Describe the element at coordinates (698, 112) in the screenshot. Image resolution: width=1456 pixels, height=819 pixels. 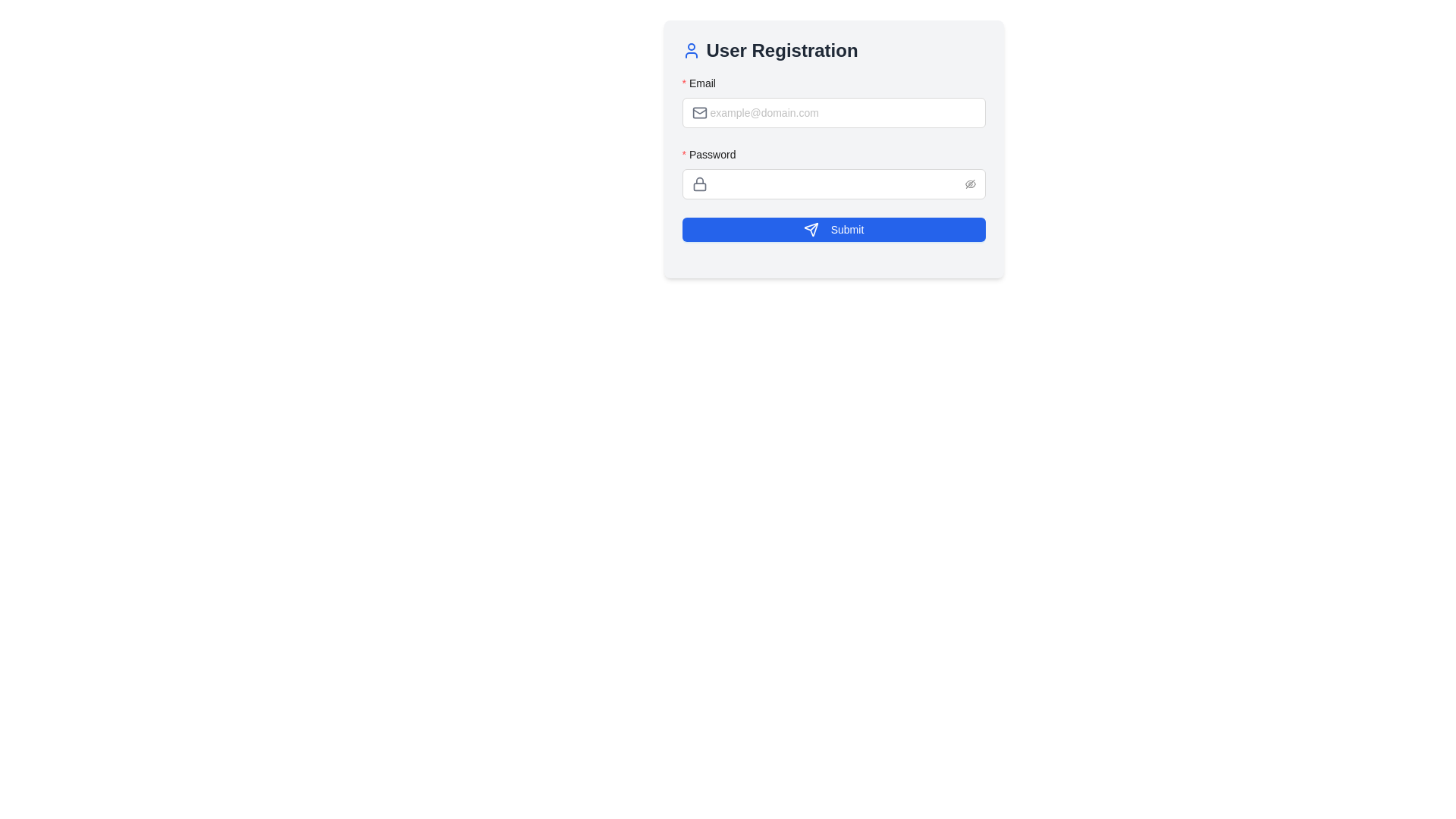
I see `the envelope icon located inside the 'Email' input field of the registration form, which serves as a visual cue for entering an email address` at that location.